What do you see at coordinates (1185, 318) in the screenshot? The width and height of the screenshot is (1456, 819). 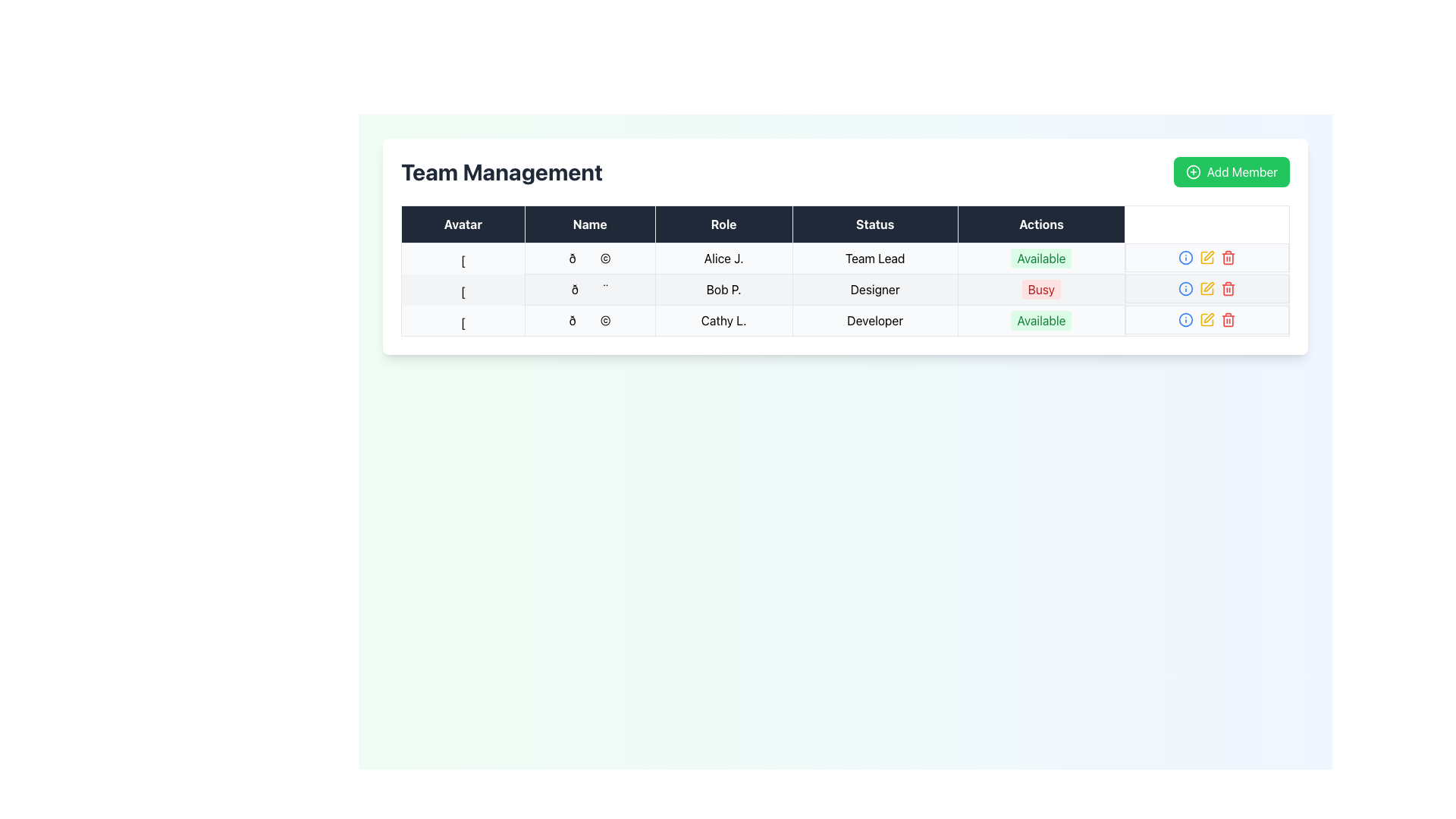 I see `the circular SVG shape with a stroke width of 2, located in the 'Actions' column of the last row of the table` at bounding box center [1185, 318].